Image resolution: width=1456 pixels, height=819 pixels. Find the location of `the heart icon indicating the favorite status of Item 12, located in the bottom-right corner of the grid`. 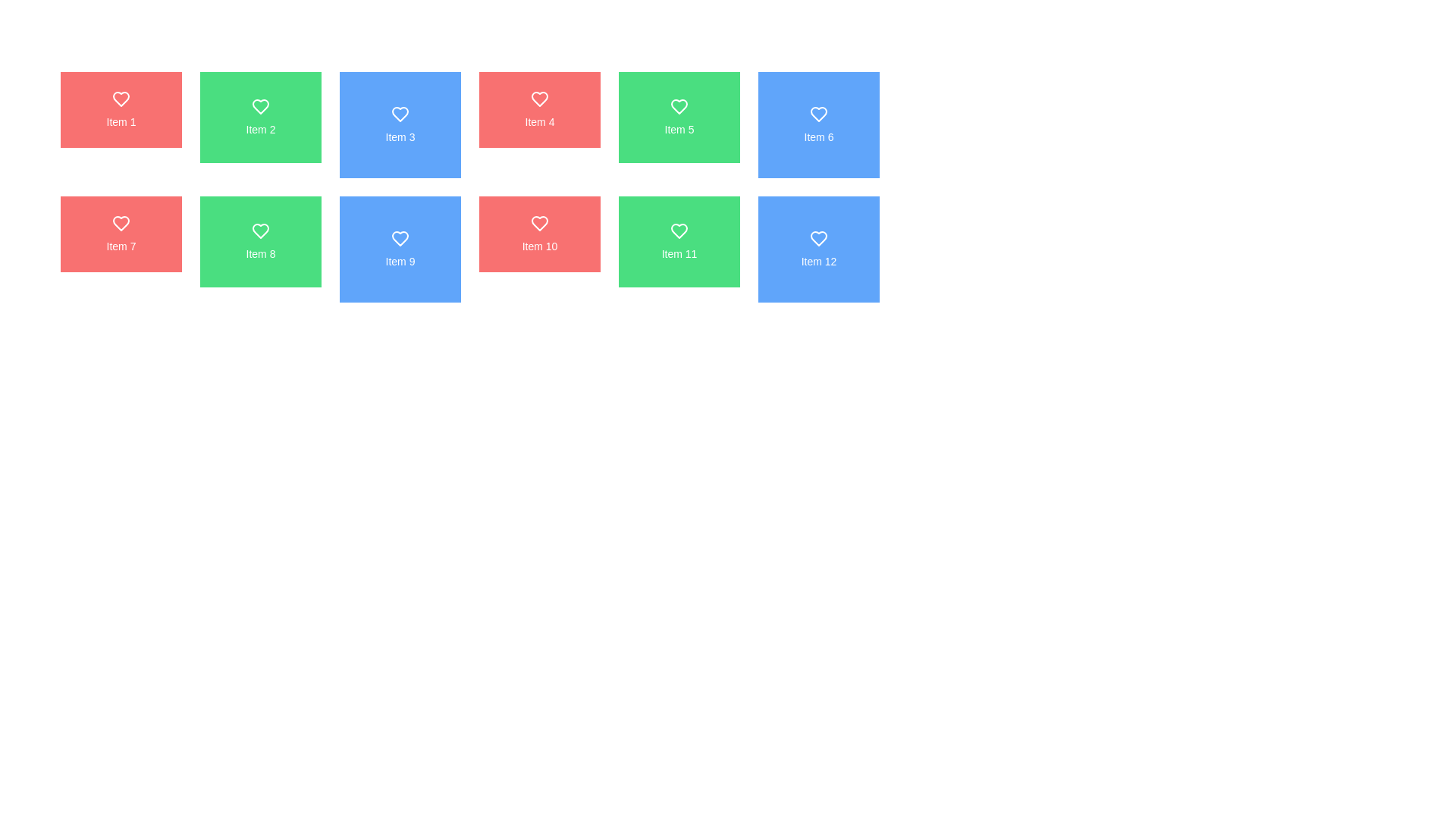

the heart icon indicating the favorite status of Item 12, located in the bottom-right corner of the grid is located at coordinates (818, 239).